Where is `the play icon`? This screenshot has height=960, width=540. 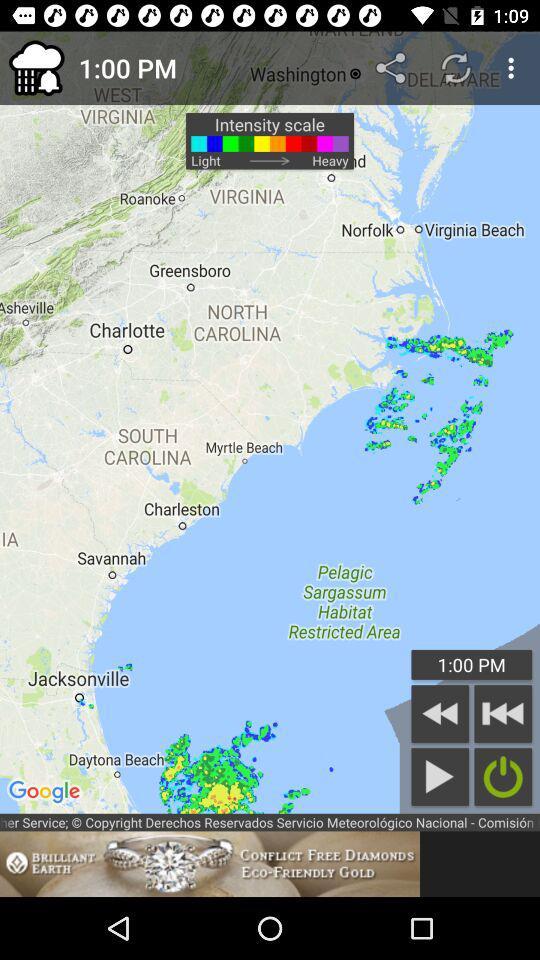
the play icon is located at coordinates (440, 776).